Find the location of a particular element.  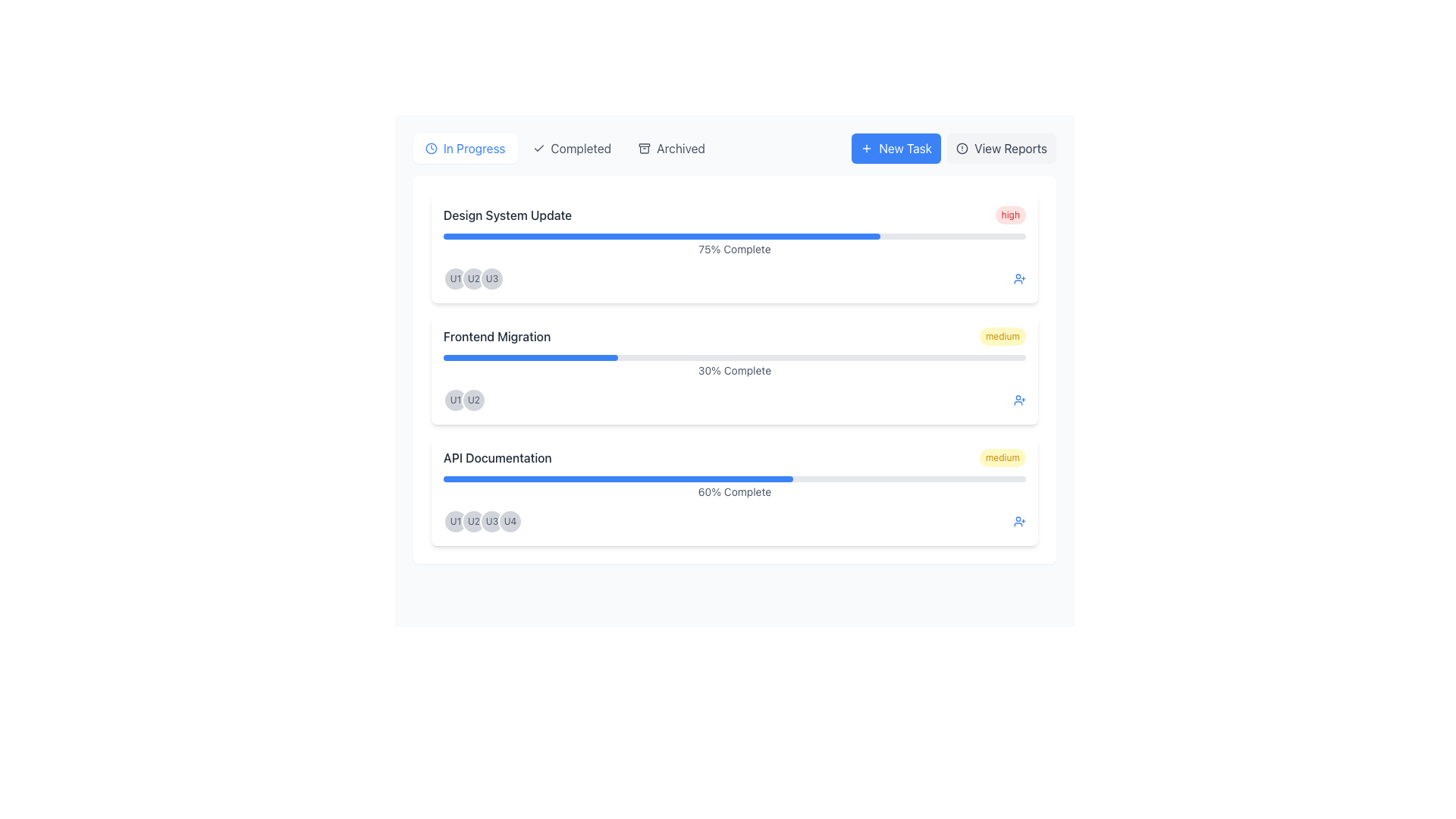

the blue user icon with a plus sign located is located at coordinates (1019, 278).